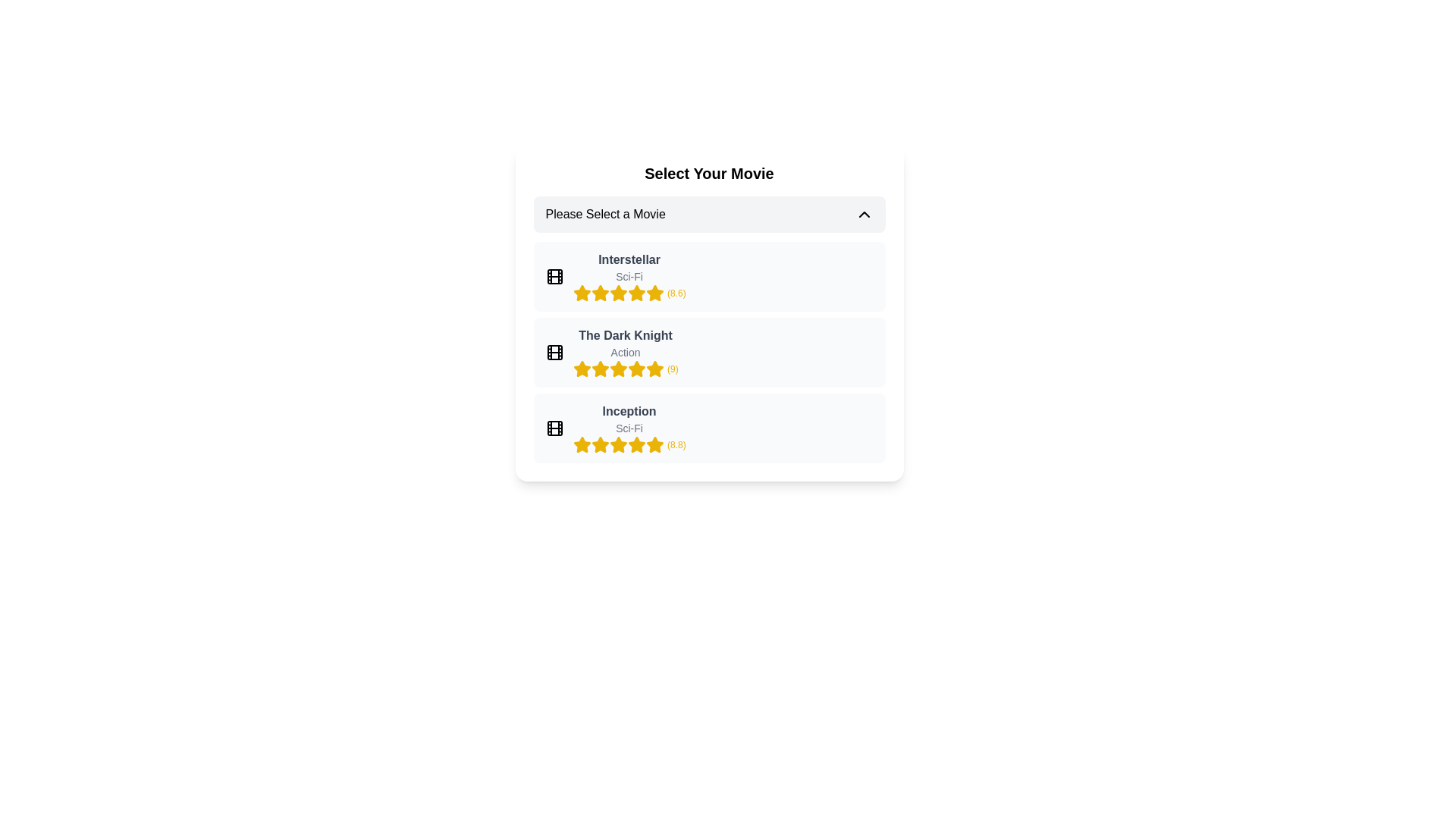 This screenshot has height=819, width=1456. What do you see at coordinates (599, 369) in the screenshot?
I see `the third star icon in the rating row of the movie 'The Dark Knight' to indicate a partial or full rating increment` at bounding box center [599, 369].